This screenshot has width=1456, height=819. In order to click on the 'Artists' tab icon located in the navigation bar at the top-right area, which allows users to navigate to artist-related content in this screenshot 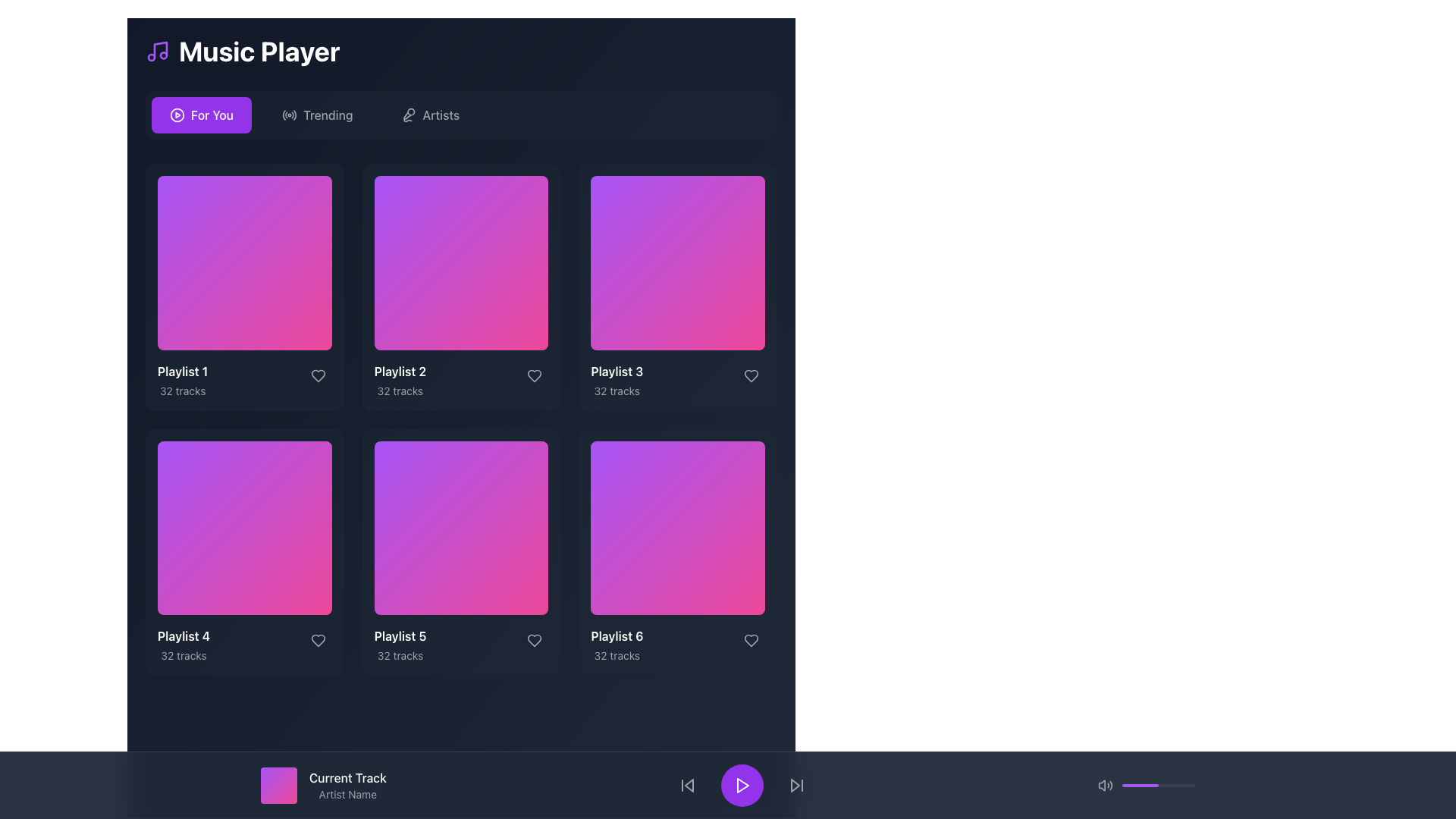, I will do `click(409, 114)`.